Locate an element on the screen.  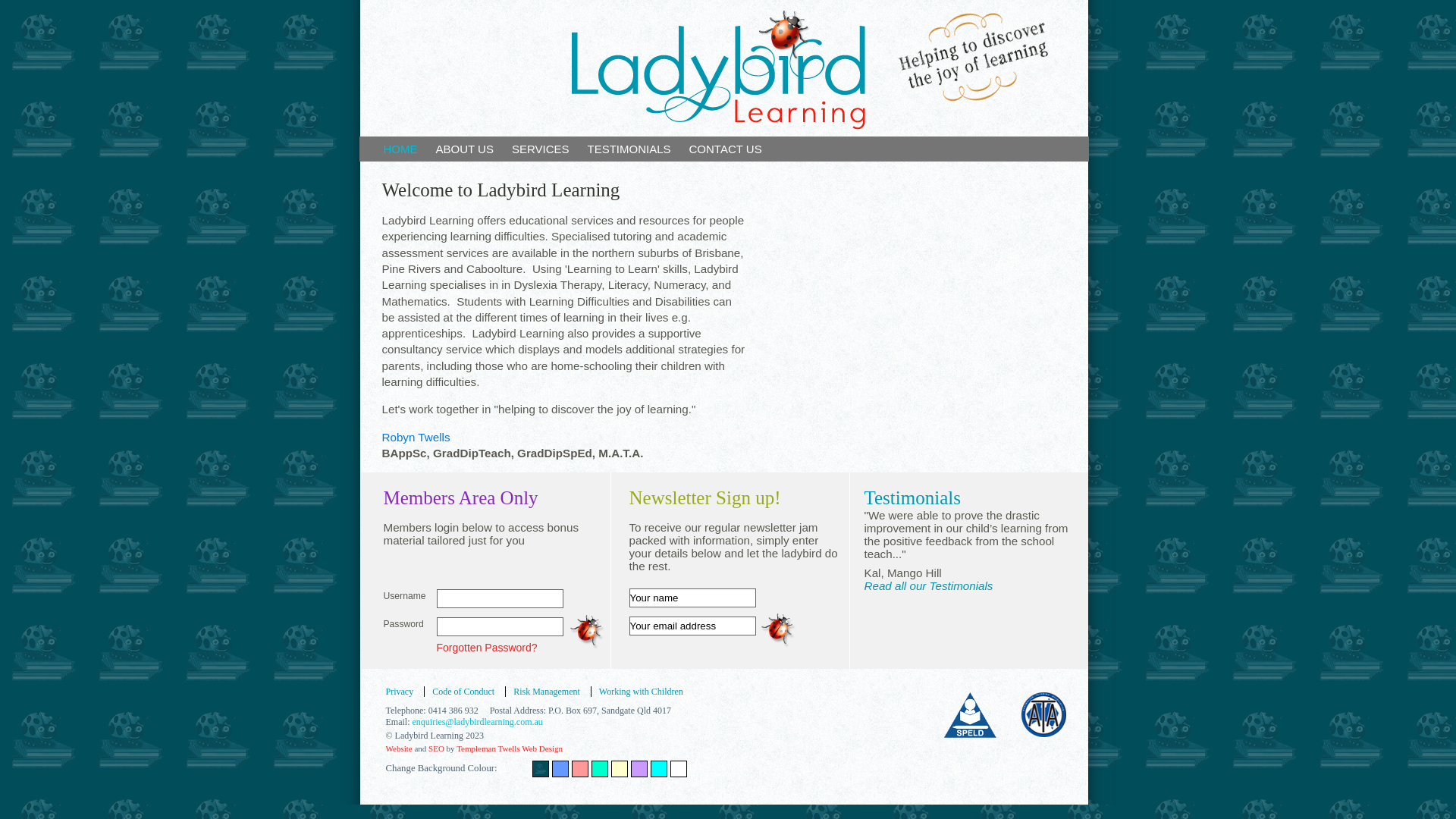
'ABOUT US' is located at coordinates (463, 149).